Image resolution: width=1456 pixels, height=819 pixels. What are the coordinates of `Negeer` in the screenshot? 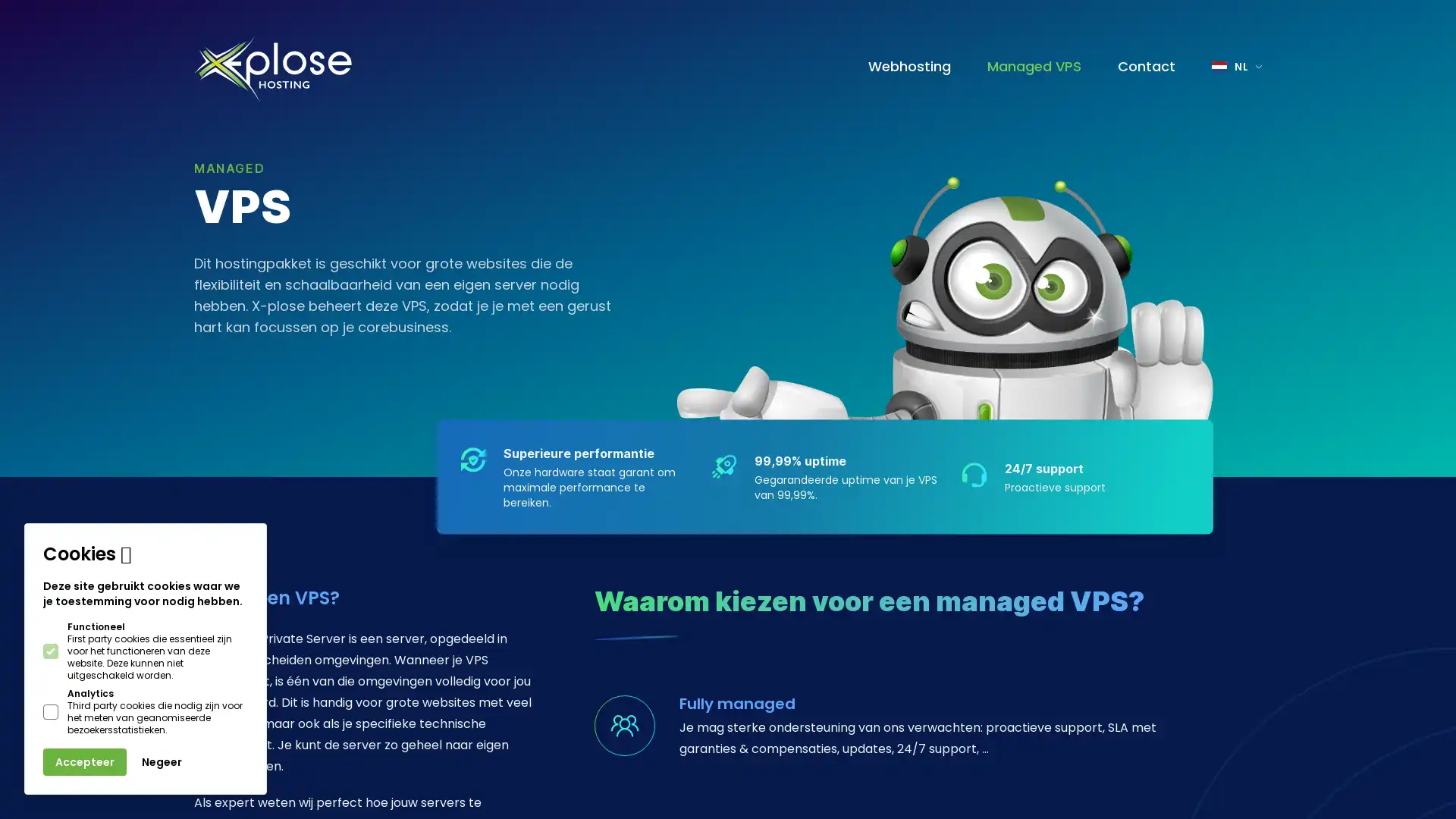 It's located at (162, 762).